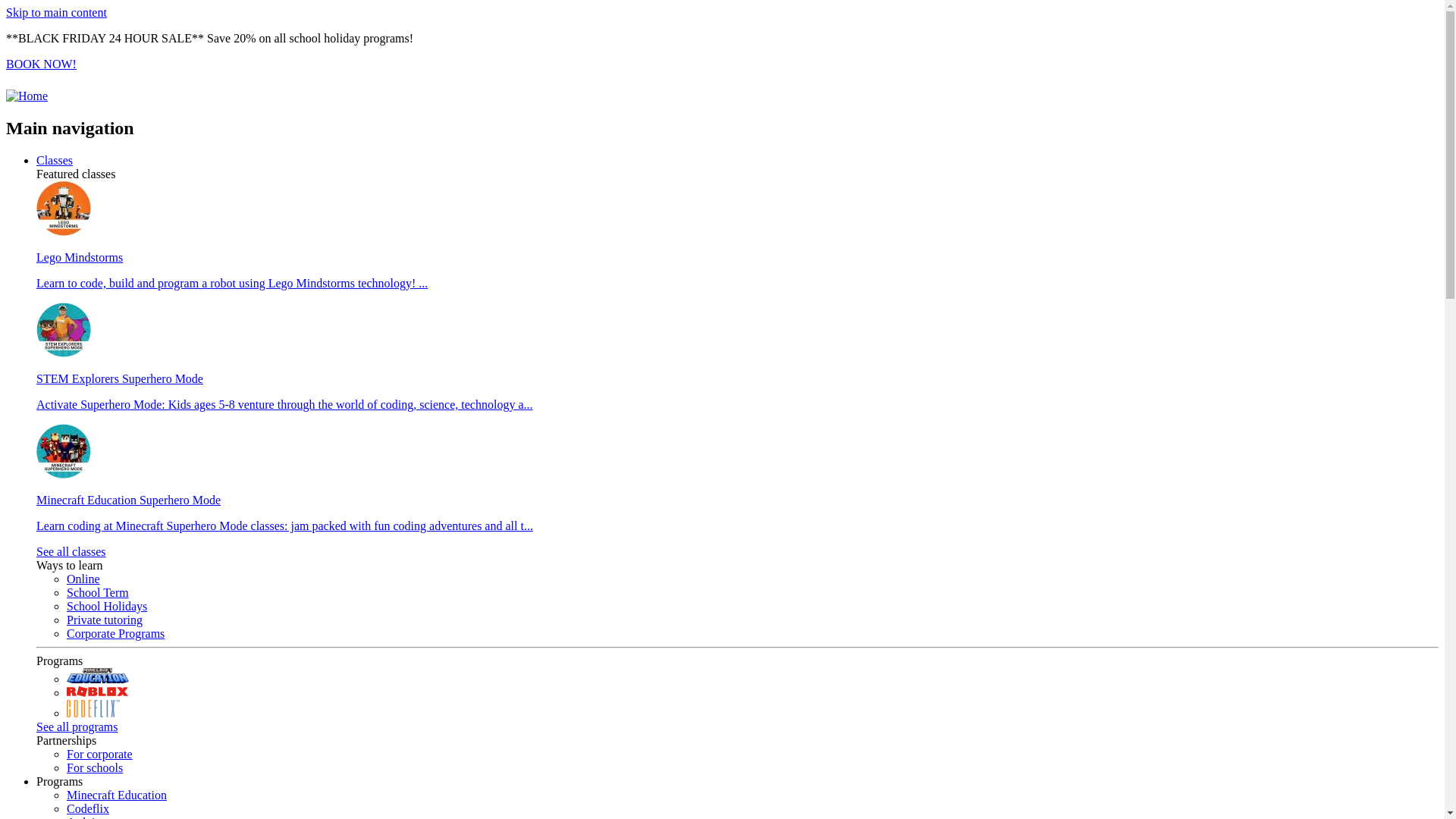 Image resolution: width=1456 pixels, height=819 pixels. Describe the element at coordinates (97, 591) in the screenshot. I see `'School Term'` at that location.